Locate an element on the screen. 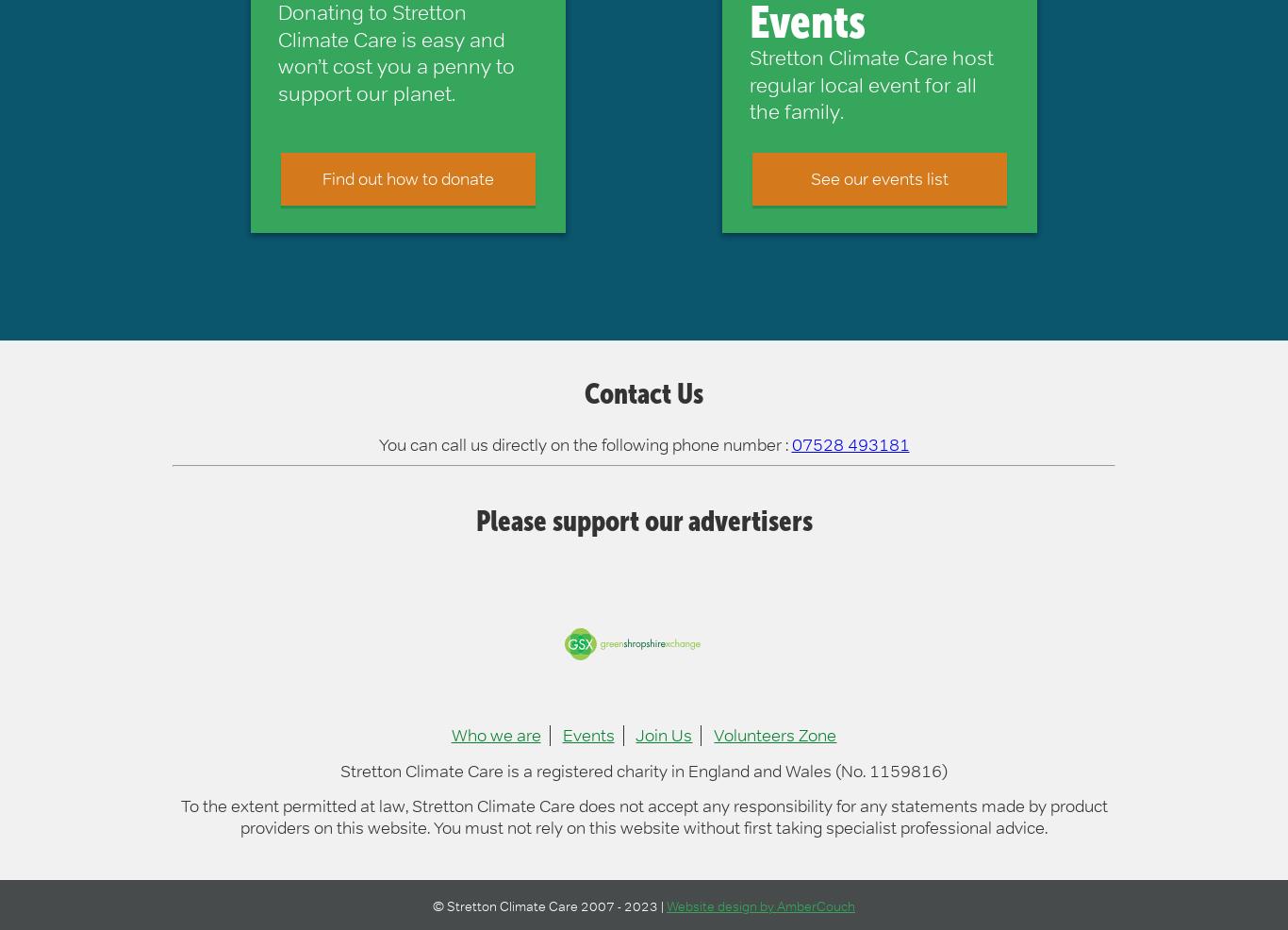 The width and height of the screenshot is (1288, 930). 'Stretton Climate Care host regular local event for all the family.' is located at coordinates (870, 84).